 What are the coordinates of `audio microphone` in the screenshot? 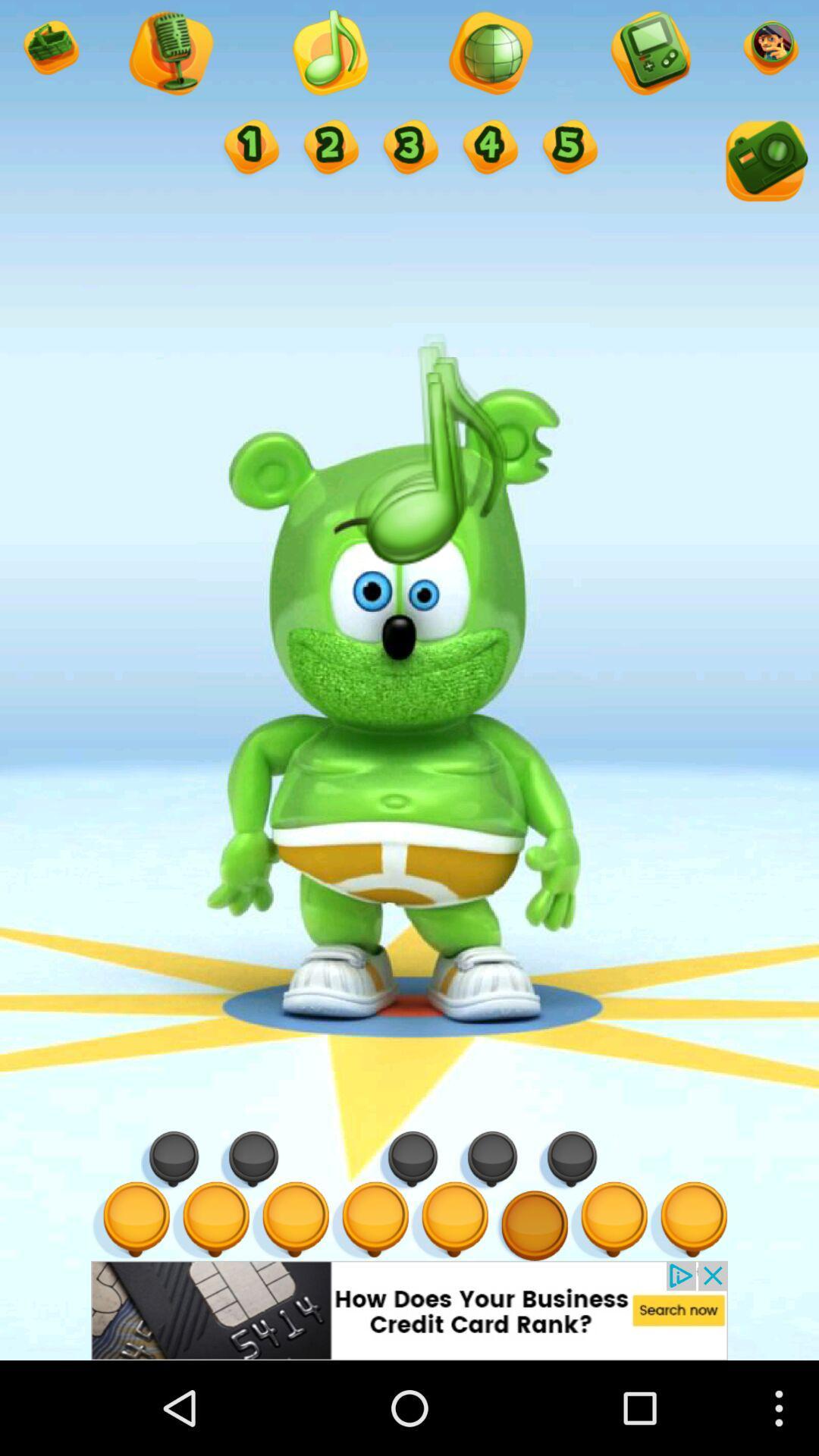 It's located at (169, 55).